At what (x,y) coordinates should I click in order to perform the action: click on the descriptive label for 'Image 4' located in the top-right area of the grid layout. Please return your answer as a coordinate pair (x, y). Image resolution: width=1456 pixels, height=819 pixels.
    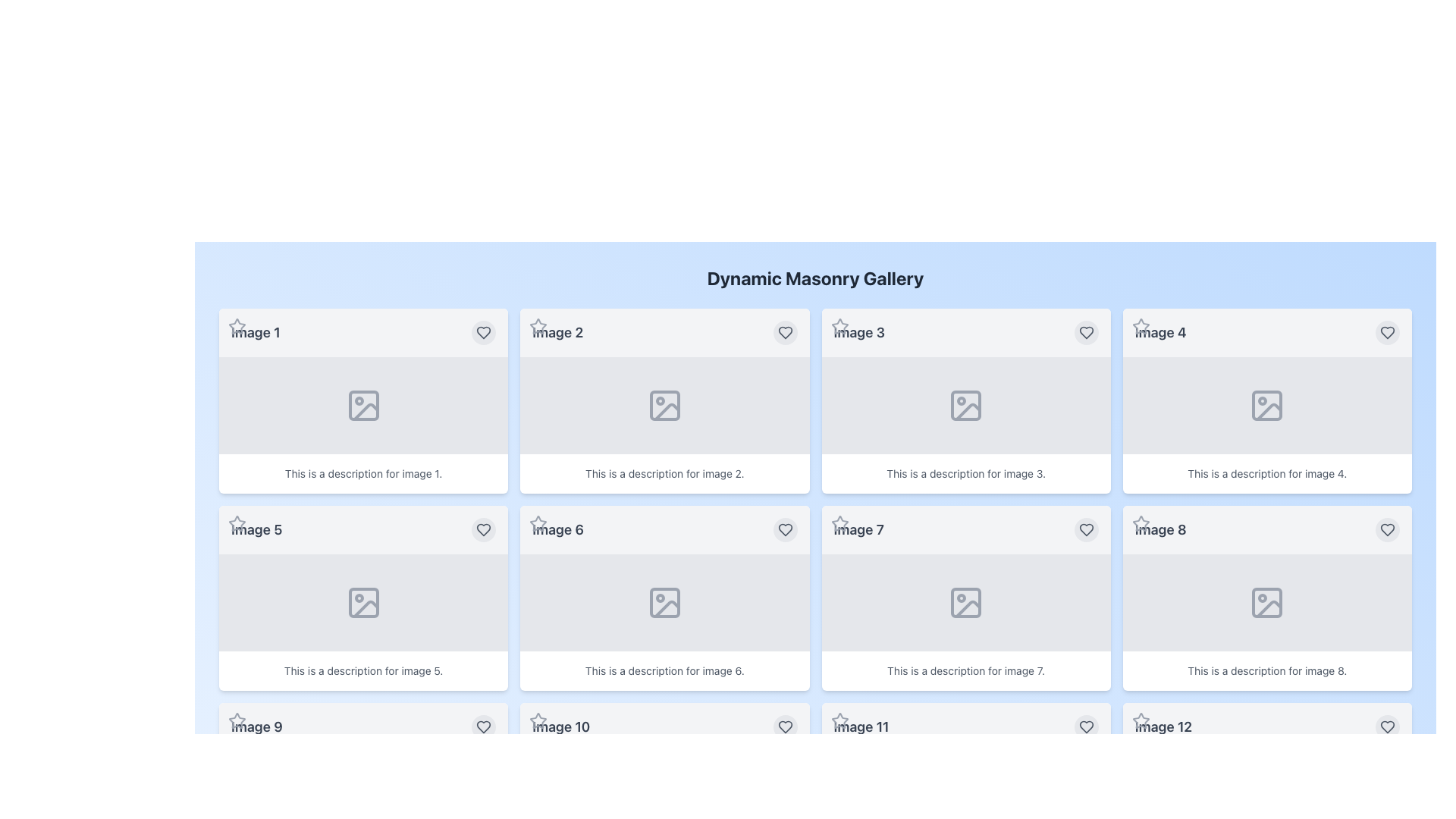
    Looking at the image, I should click on (1159, 332).